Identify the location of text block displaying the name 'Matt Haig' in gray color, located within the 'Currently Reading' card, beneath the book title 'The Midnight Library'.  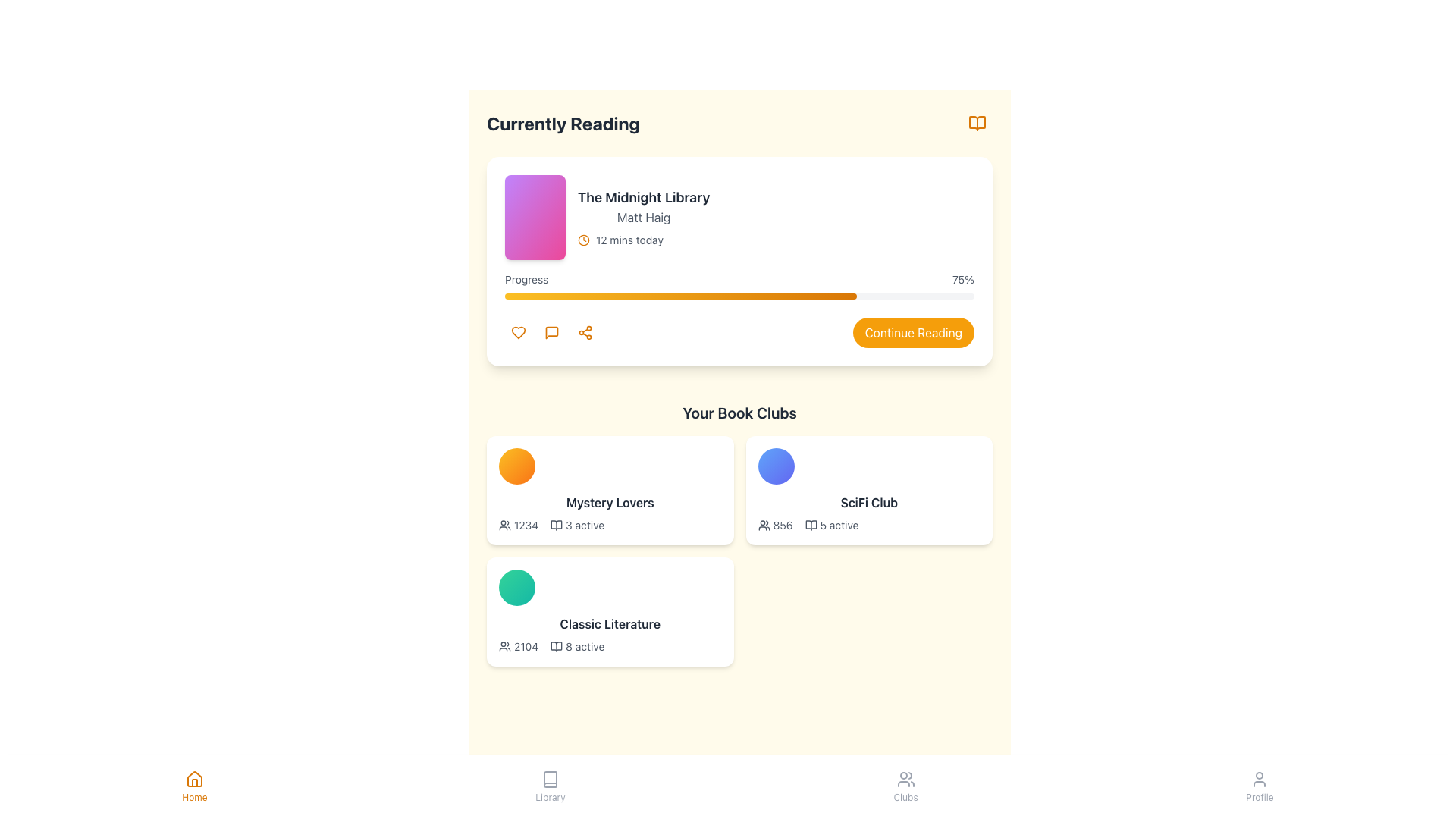
(644, 217).